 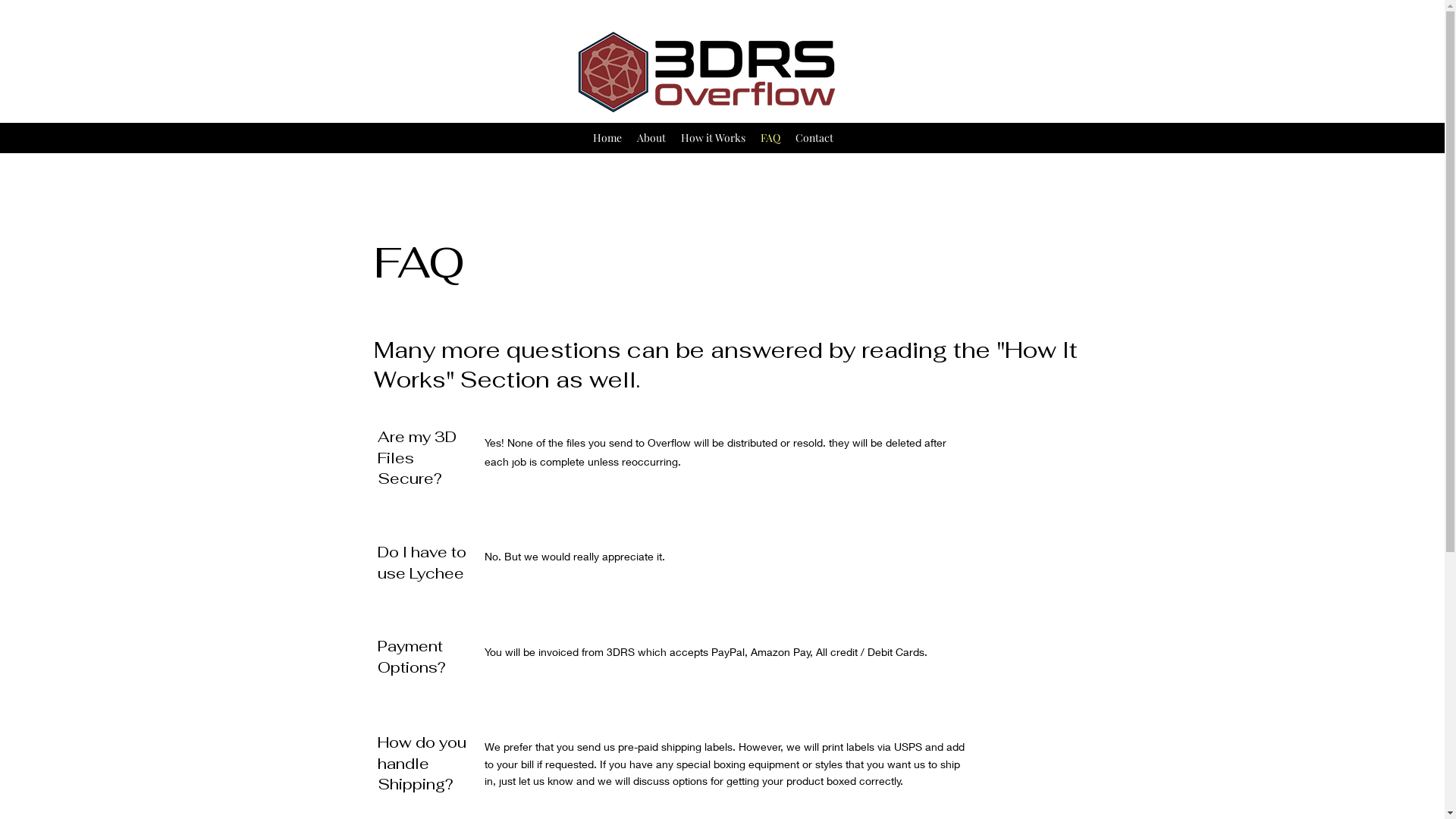 What do you see at coordinates (702, 72) in the screenshot?
I see `'3DOverflow_Conthrax_Font_2022.png'` at bounding box center [702, 72].